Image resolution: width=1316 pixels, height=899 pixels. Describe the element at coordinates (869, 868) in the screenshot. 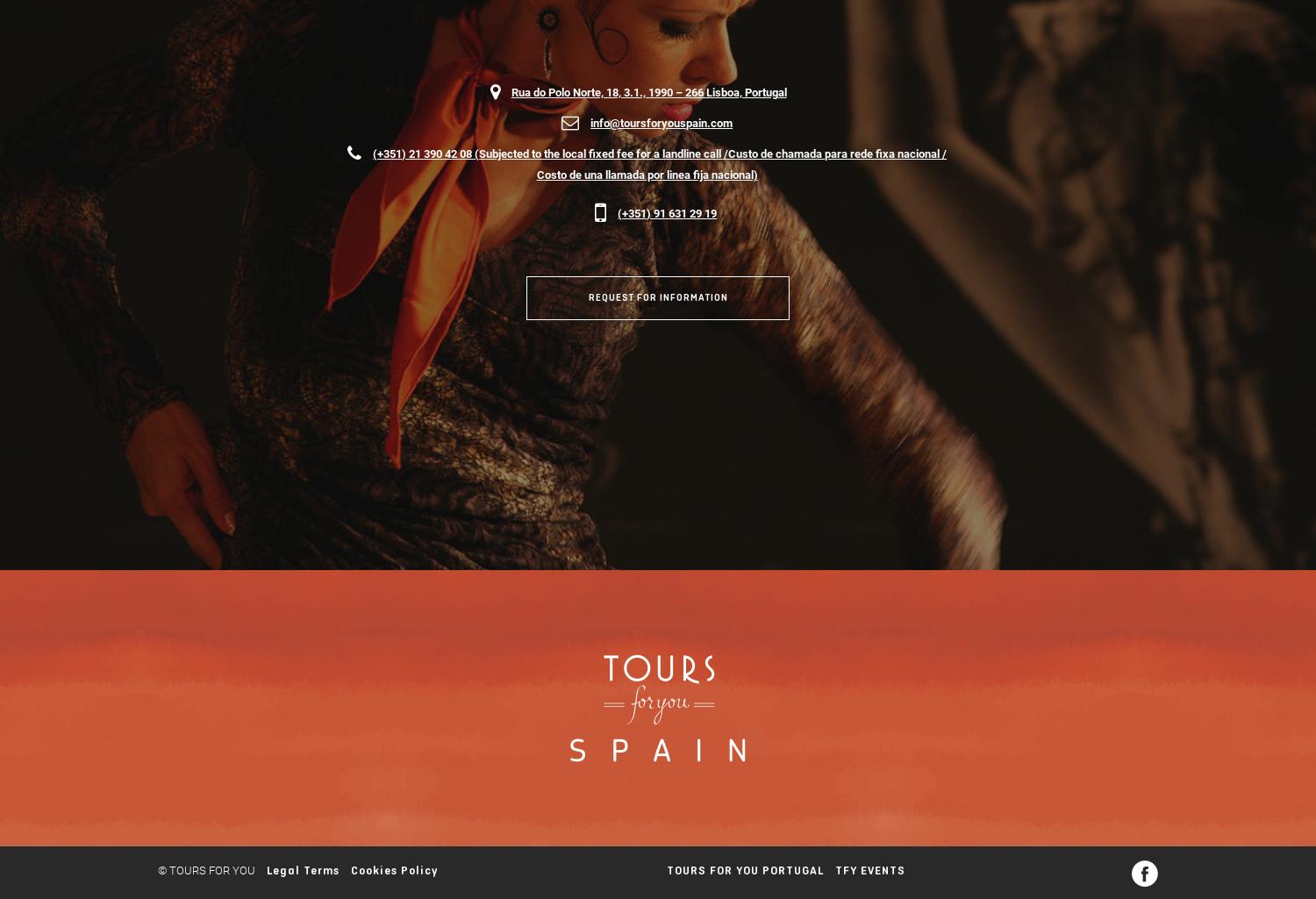

I see `'TFY EVENTS'` at that location.